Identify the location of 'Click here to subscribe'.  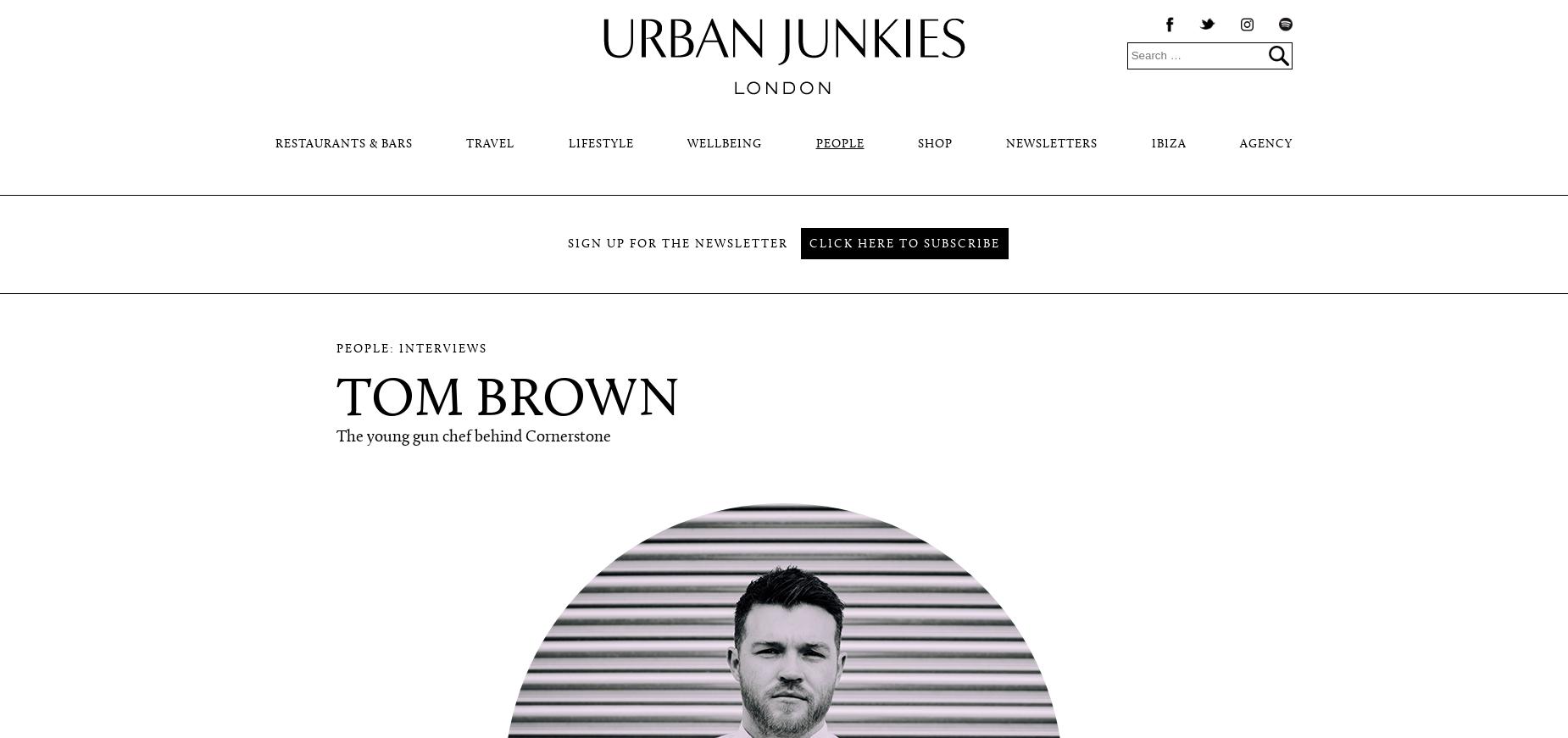
(904, 244).